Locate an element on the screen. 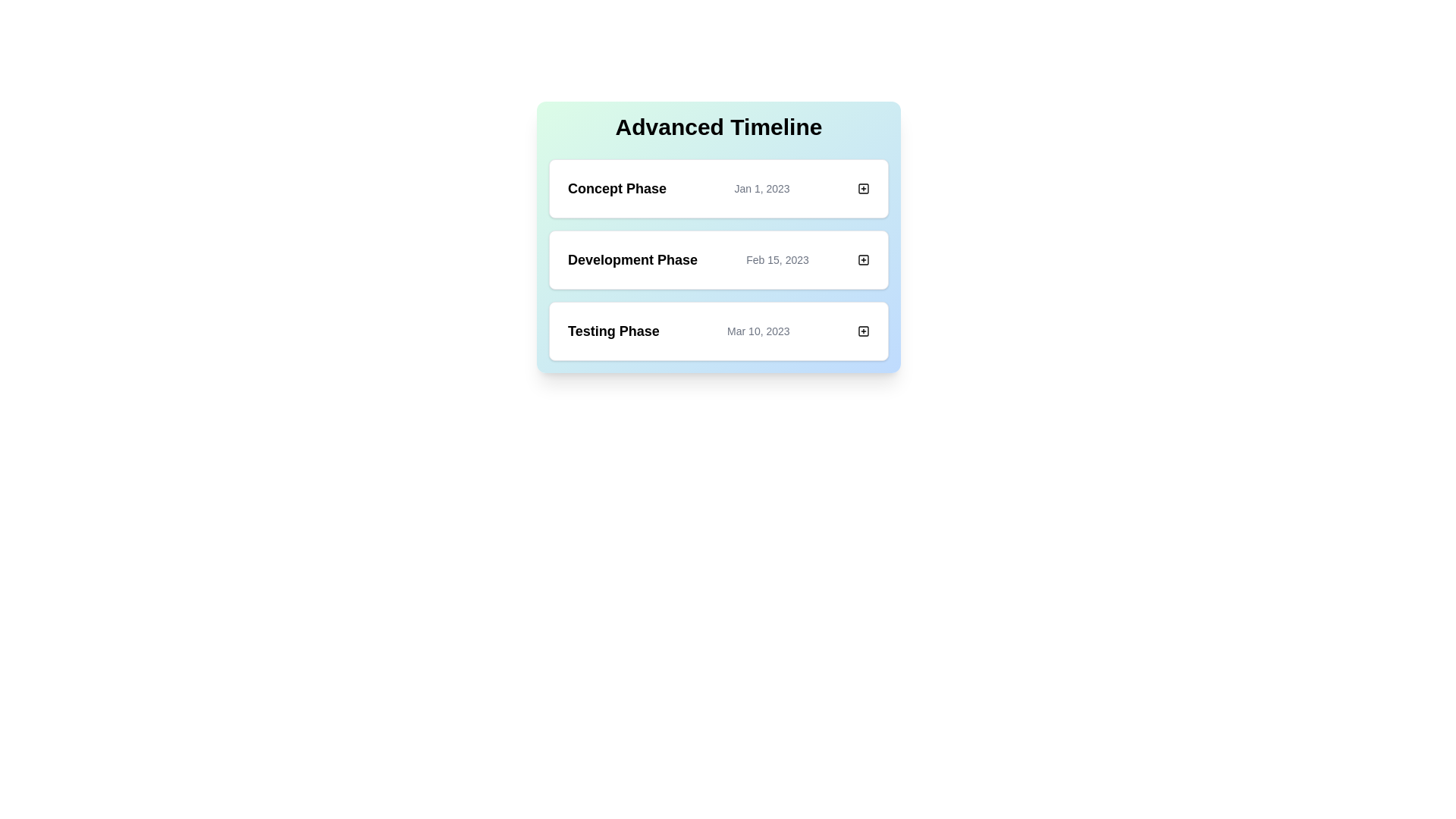 The image size is (1456, 819). the icon button located to the right of 'Feb 15, 2023' in the row for the 'Development Phase' is located at coordinates (863, 259).